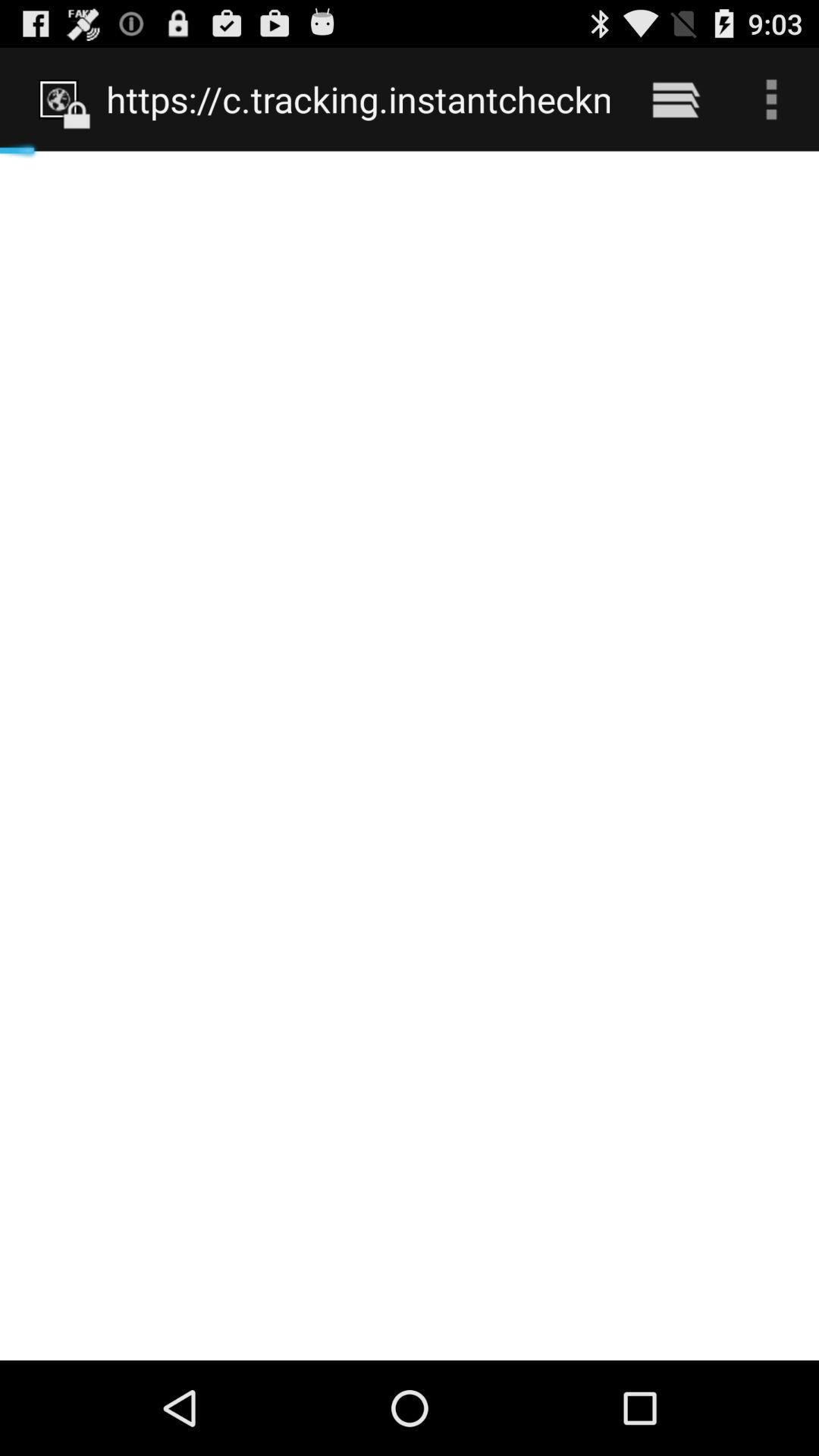 This screenshot has width=819, height=1456. I want to click on item at the center, so click(409, 755).